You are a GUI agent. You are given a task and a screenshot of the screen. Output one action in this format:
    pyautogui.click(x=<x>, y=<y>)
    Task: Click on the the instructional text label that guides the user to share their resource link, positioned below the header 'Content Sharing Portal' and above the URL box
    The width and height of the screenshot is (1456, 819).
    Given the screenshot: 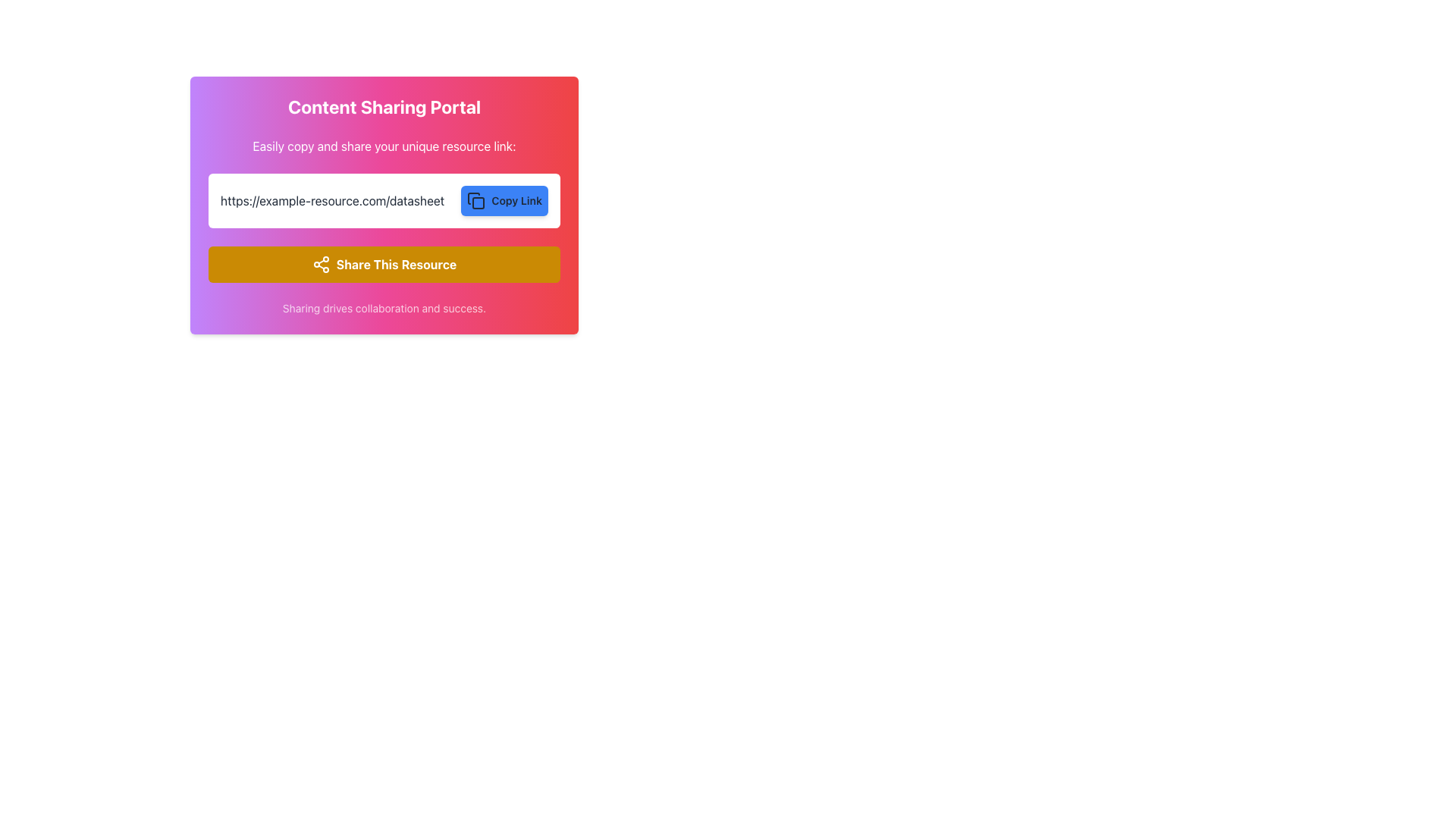 What is the action you would take?
    pyautogui.click(x=384, y=146)
    